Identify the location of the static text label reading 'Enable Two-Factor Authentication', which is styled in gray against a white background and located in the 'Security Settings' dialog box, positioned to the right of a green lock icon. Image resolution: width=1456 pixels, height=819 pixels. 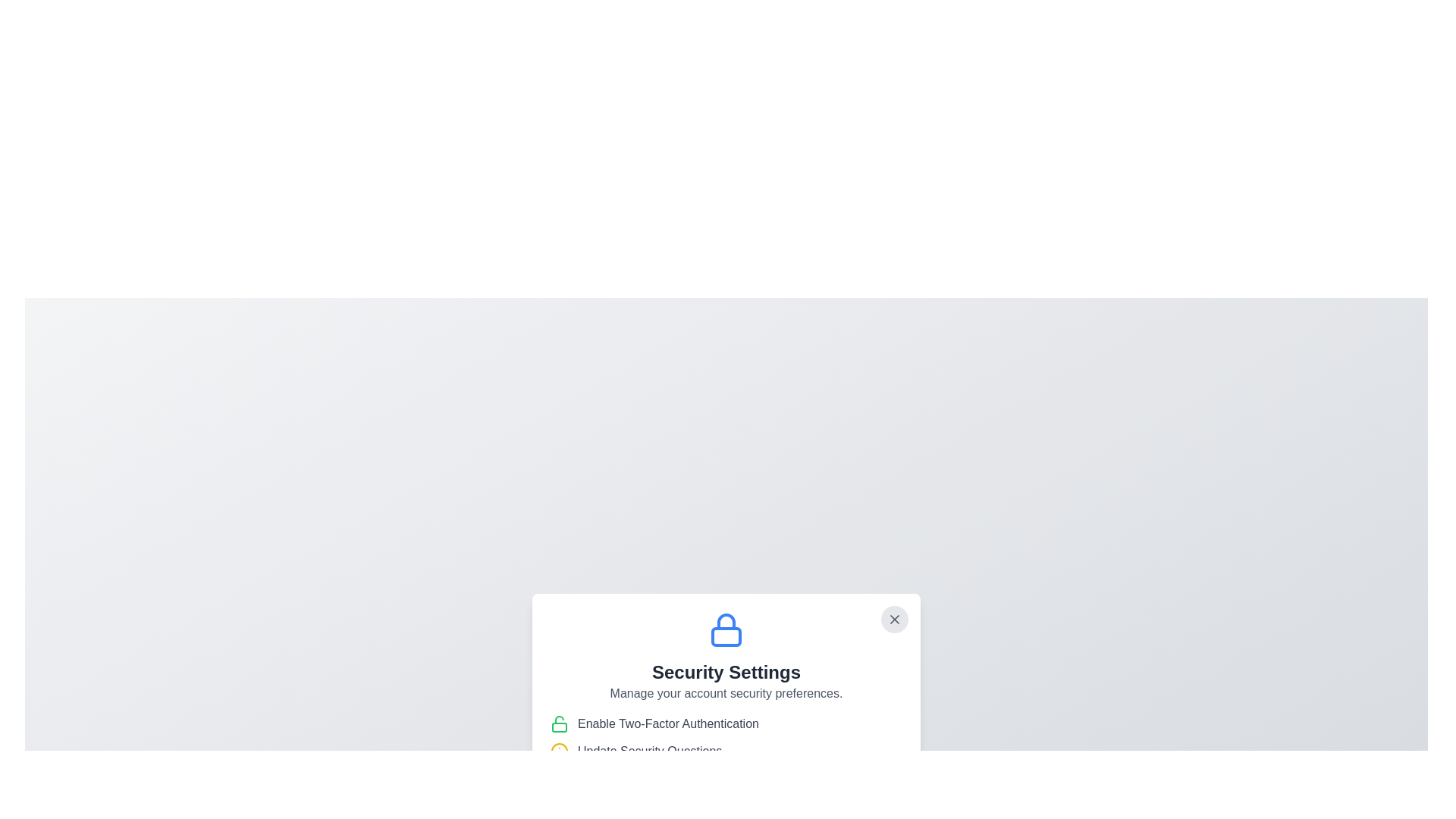
(667, 723).